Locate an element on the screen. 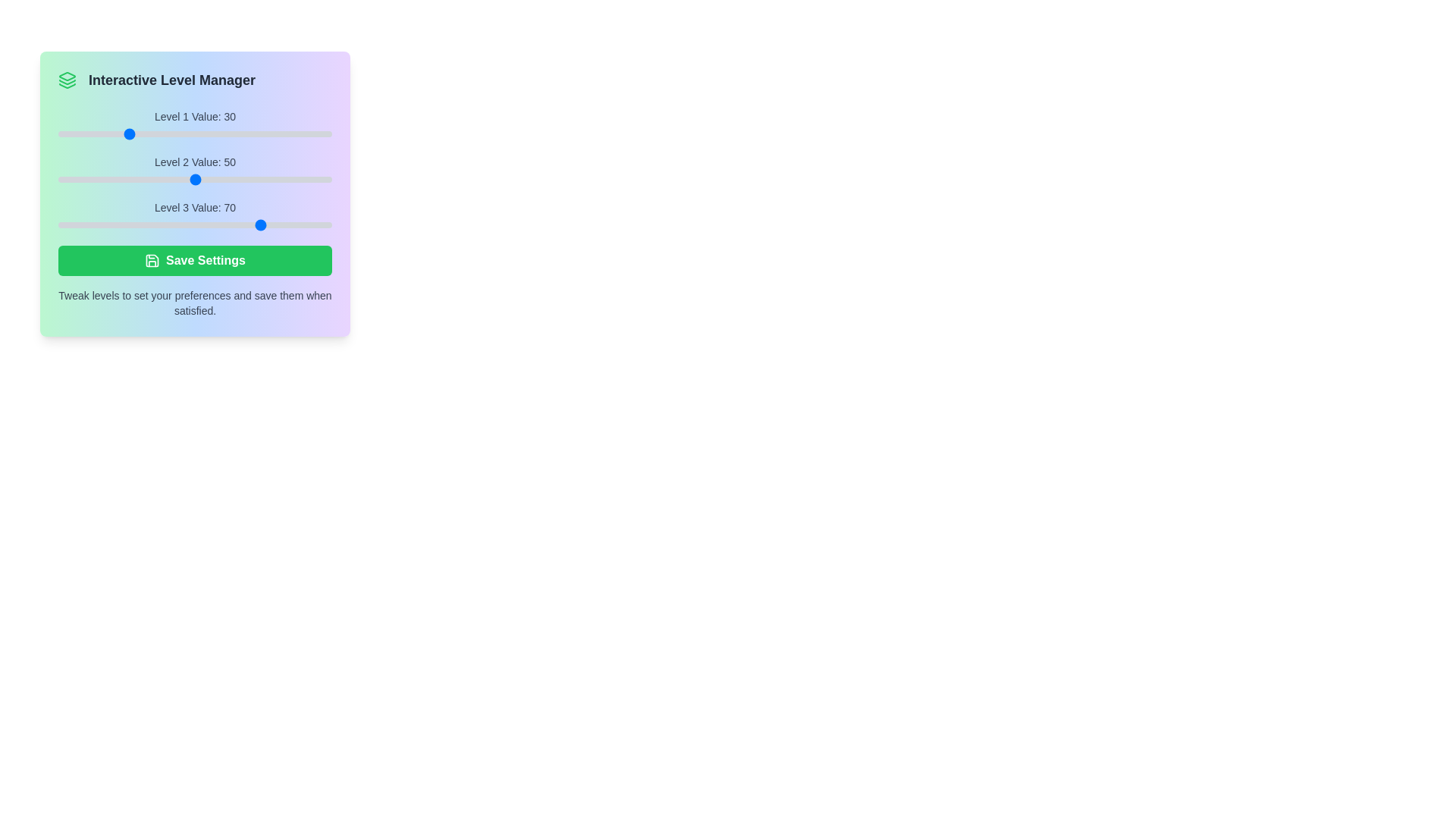 The width and height of the screenshot is (1456, 819). the Level 3 value is located at coordinates (140, 225).